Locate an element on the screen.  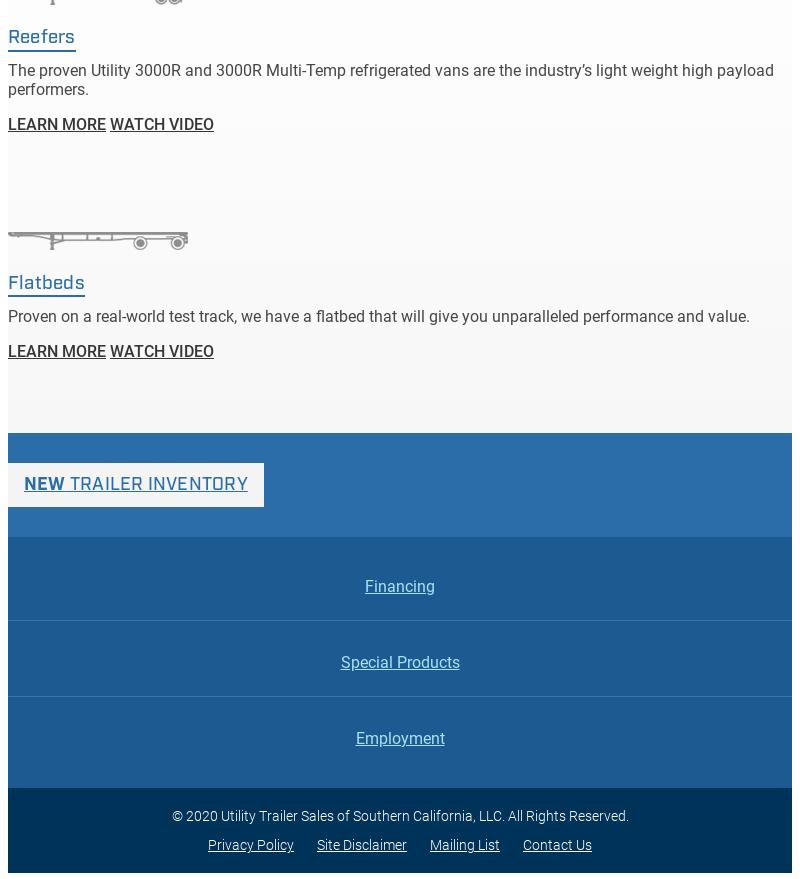
'Mailing List' is located at coordinates (464, 844).